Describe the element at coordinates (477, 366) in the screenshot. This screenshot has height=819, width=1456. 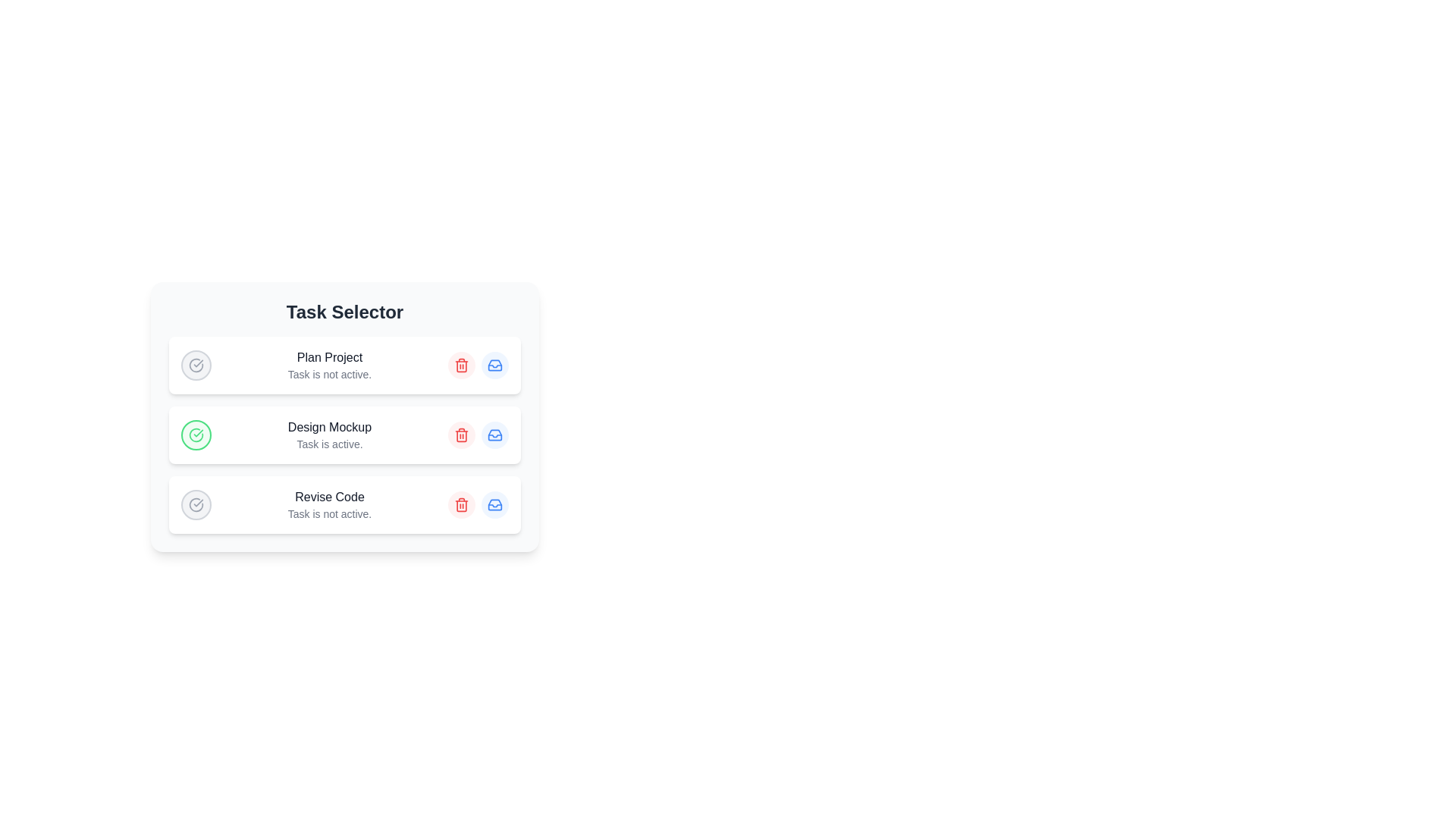
I see `the group of two buttons in the upper-right corner of the 'Plan Project' card` at that location.